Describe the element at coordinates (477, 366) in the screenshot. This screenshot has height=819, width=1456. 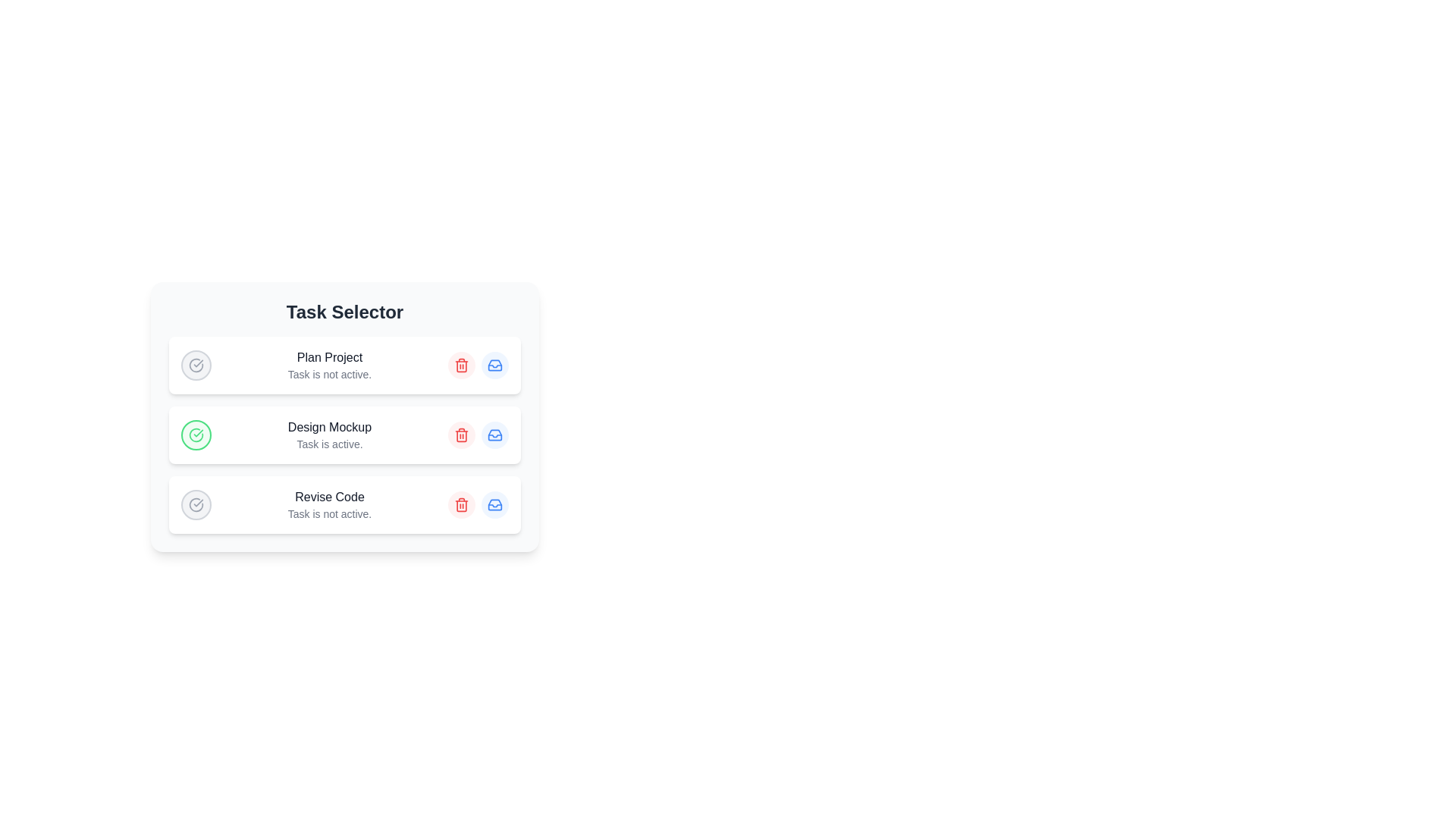
I see `the group of two buttons in the upper-right corner of the 'Plan Project' card` at that location.